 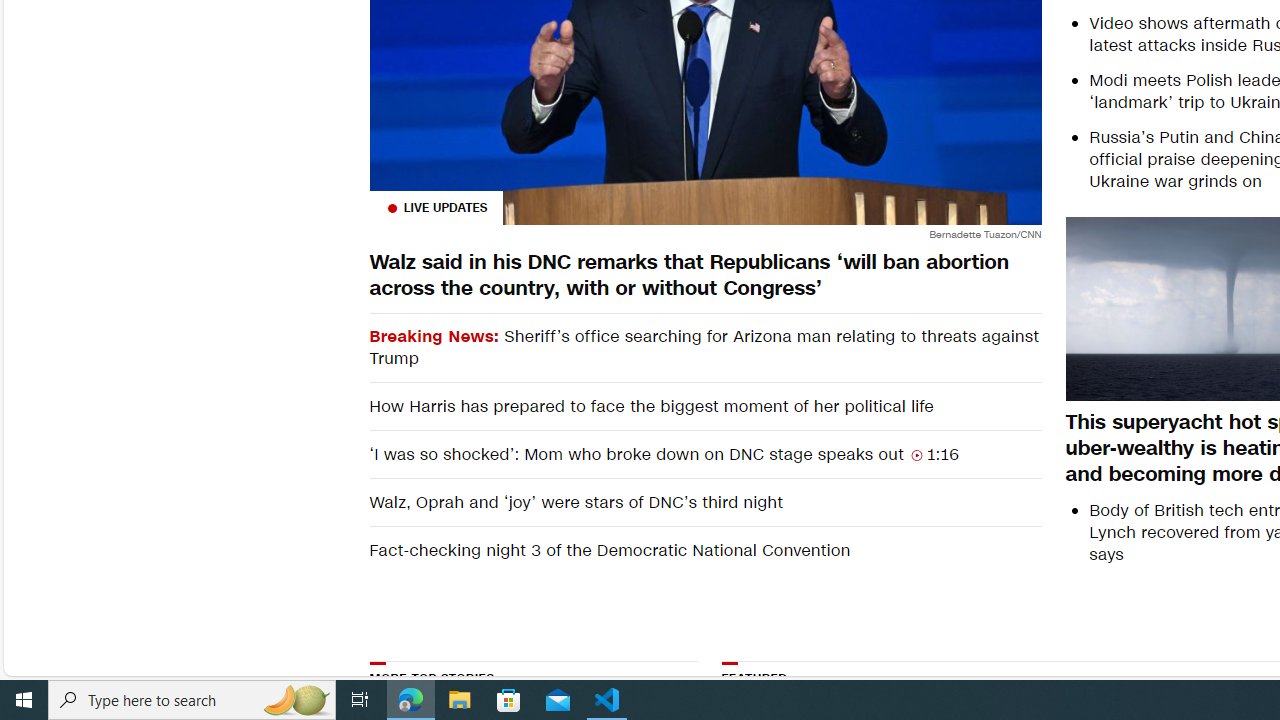 I want to click on 'Visual Studio Code - 1 running window', so click(x=606, y=698).